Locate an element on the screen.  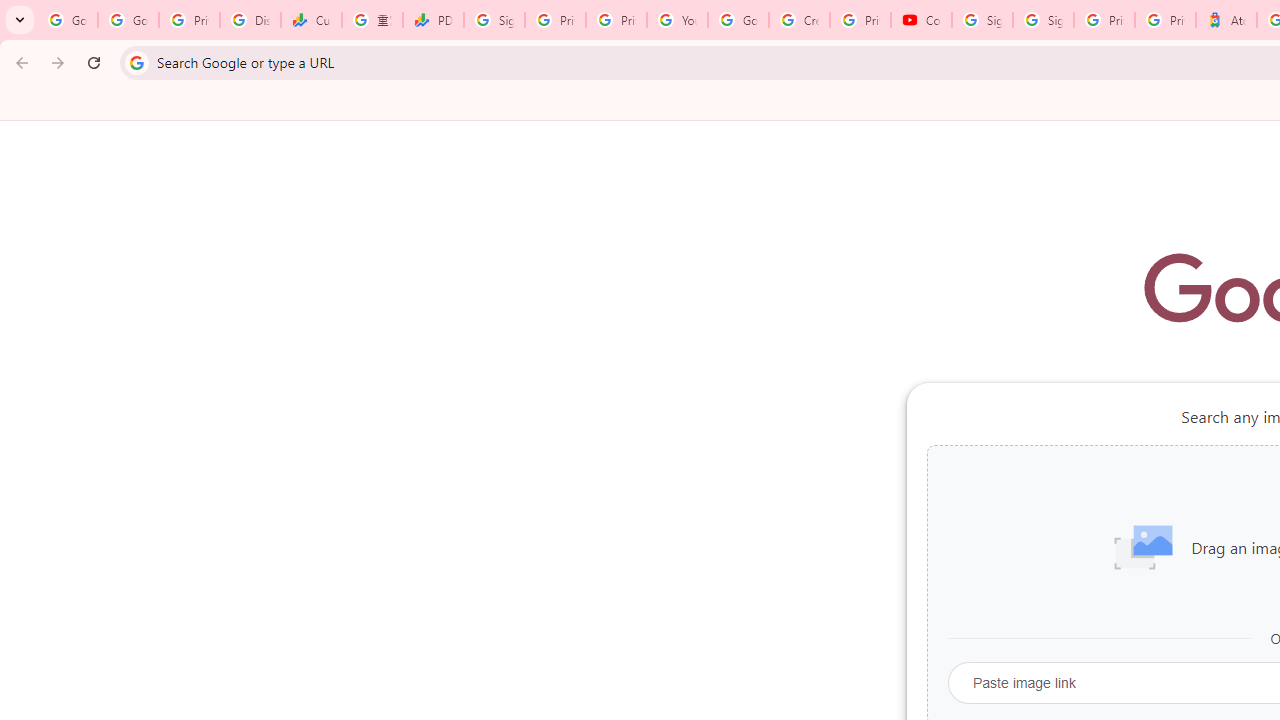
'Google Workspace Admin Community' is located at coordinates (67, 20).